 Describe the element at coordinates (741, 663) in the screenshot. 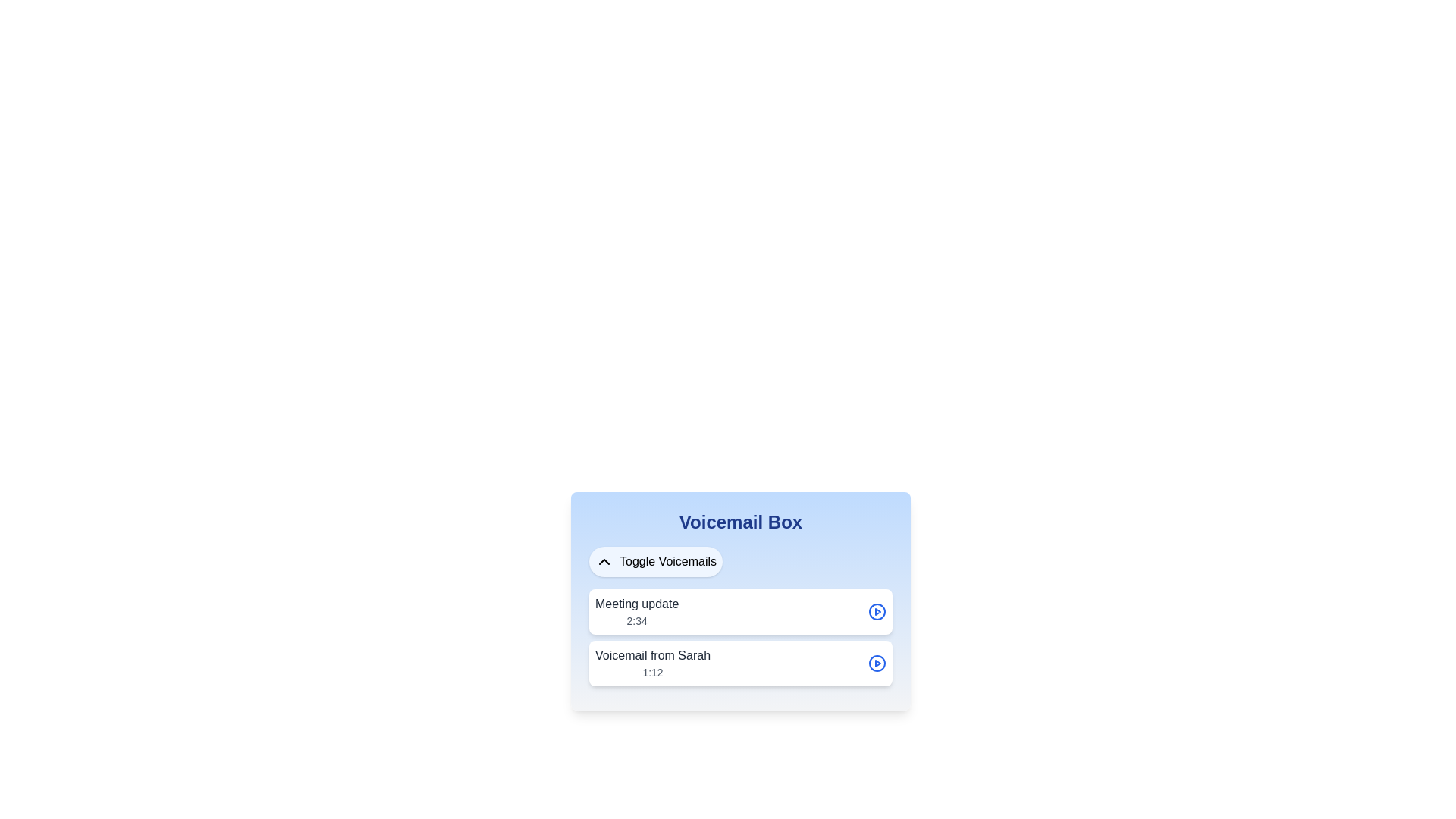

I see `the voicemail entry titled 'Voicemail from Sarah'` at that location.